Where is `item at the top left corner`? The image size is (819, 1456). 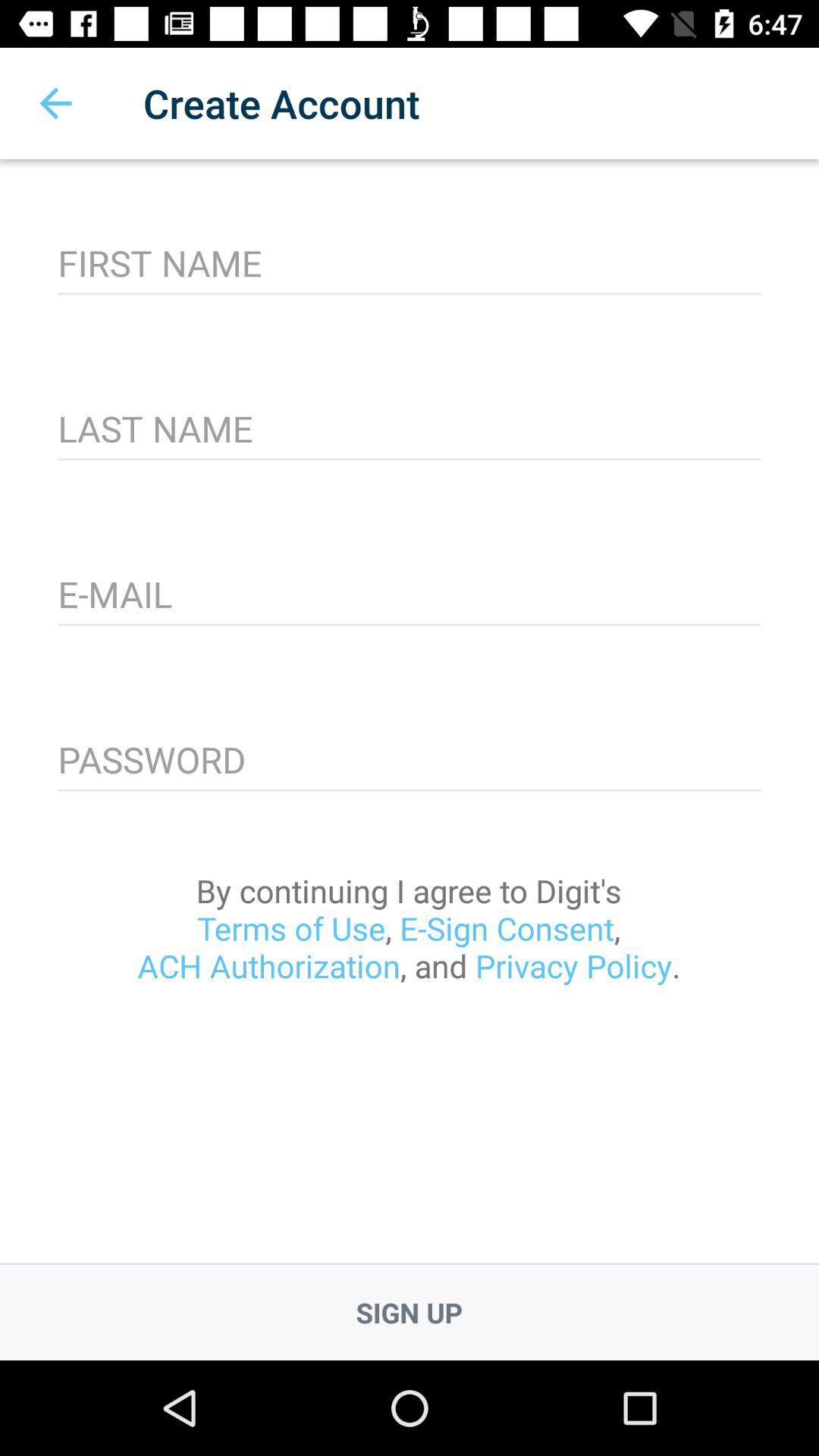
item at the top left corner is located at coordinates (55, 102).